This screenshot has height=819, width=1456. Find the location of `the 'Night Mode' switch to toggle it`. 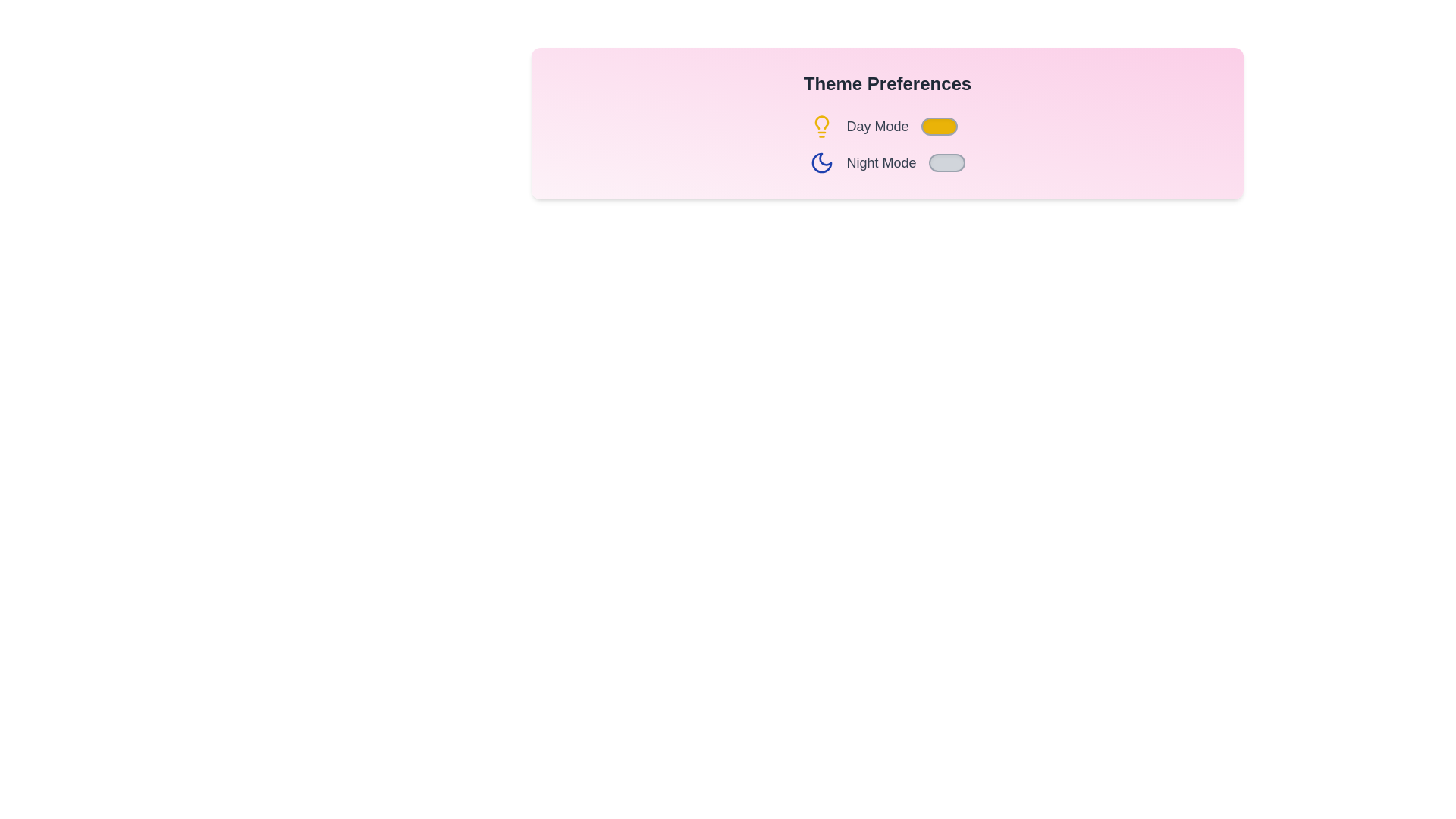

the 'Night Mode' switch to toggle it is located at coordinates (946, 163).